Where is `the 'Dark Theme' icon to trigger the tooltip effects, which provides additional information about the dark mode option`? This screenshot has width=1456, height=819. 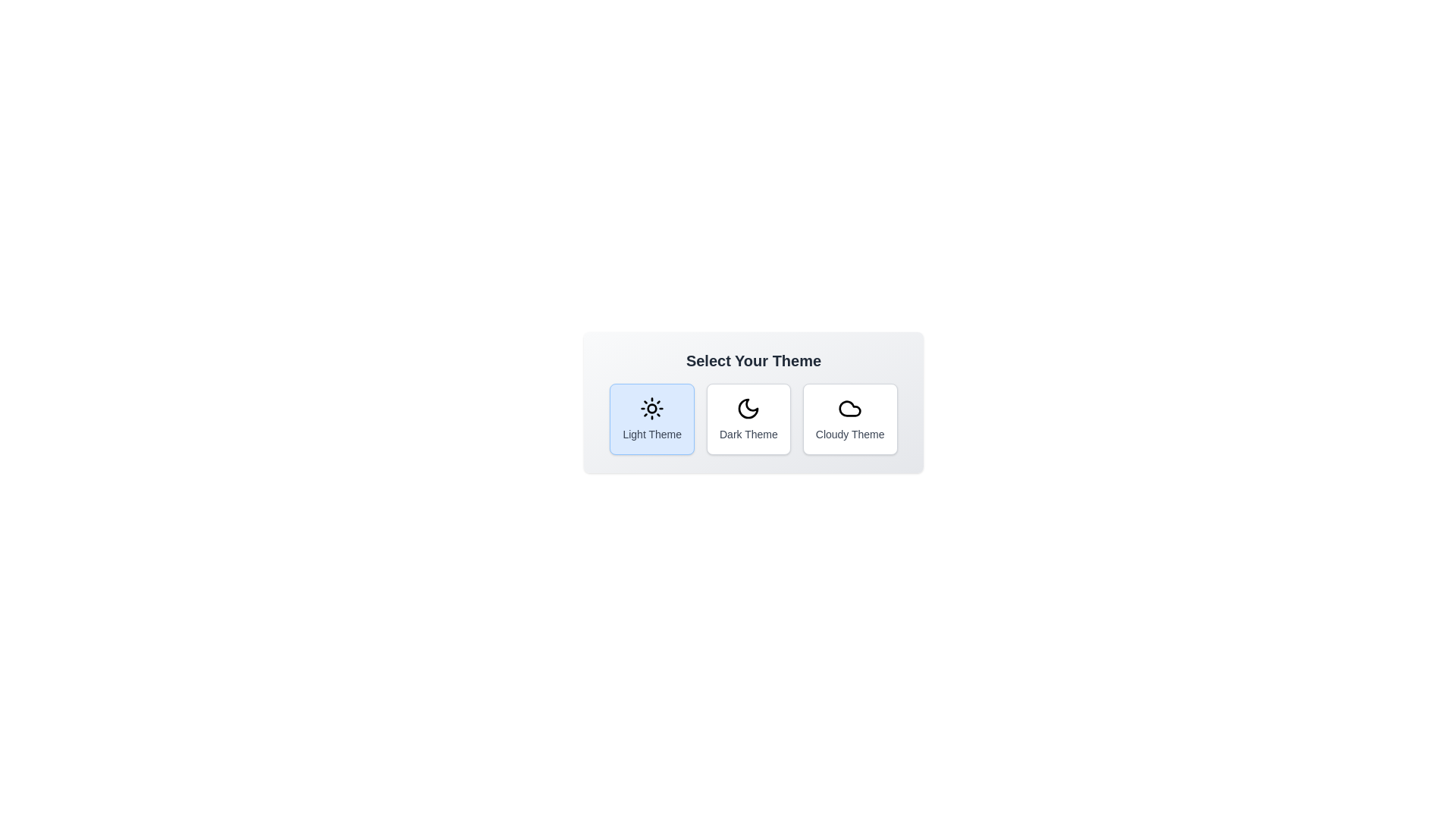
the 'Dark Theme' icon to trigger the tooltip effects, which provides additional information about the dark mode option is located at coordinates (748, 408).